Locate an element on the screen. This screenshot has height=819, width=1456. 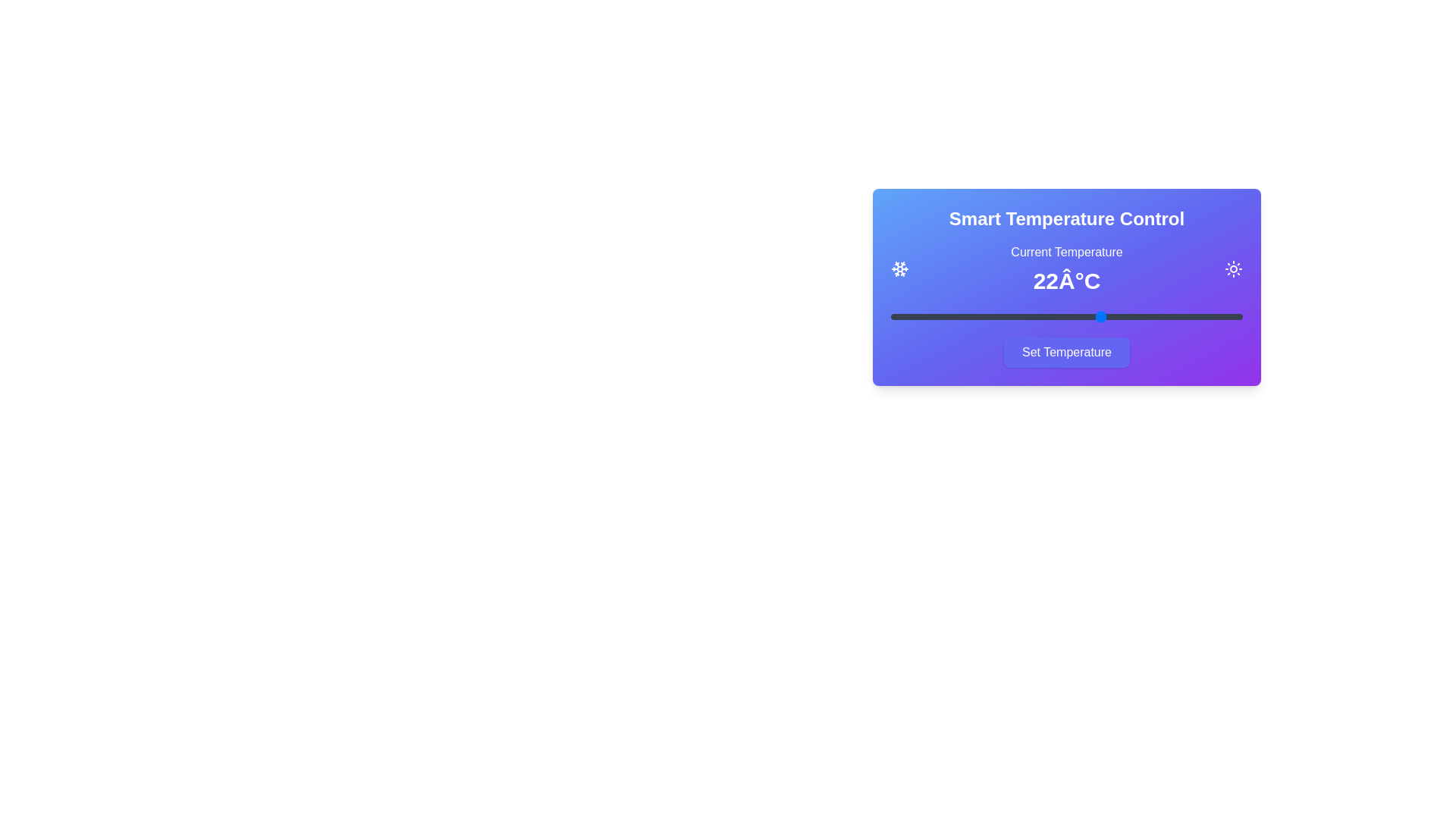
the Text Display element that shows the current temperature, which prominently displays '22Â°C' and is located within the 'Smart Temperature Control' card is located at coordinates (1065, 268).